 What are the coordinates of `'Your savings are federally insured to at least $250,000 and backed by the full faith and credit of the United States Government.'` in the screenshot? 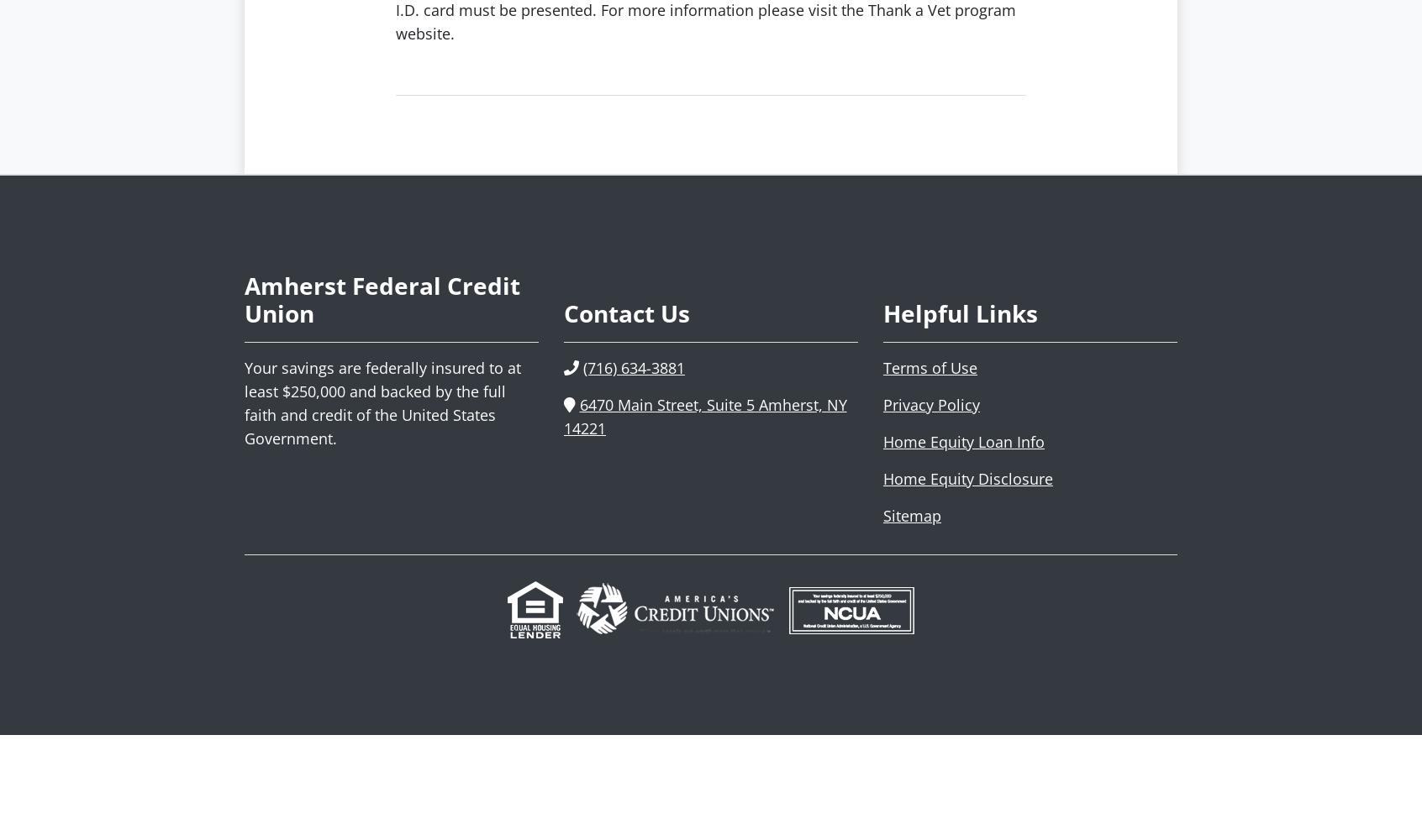 It's located at (382, 402).